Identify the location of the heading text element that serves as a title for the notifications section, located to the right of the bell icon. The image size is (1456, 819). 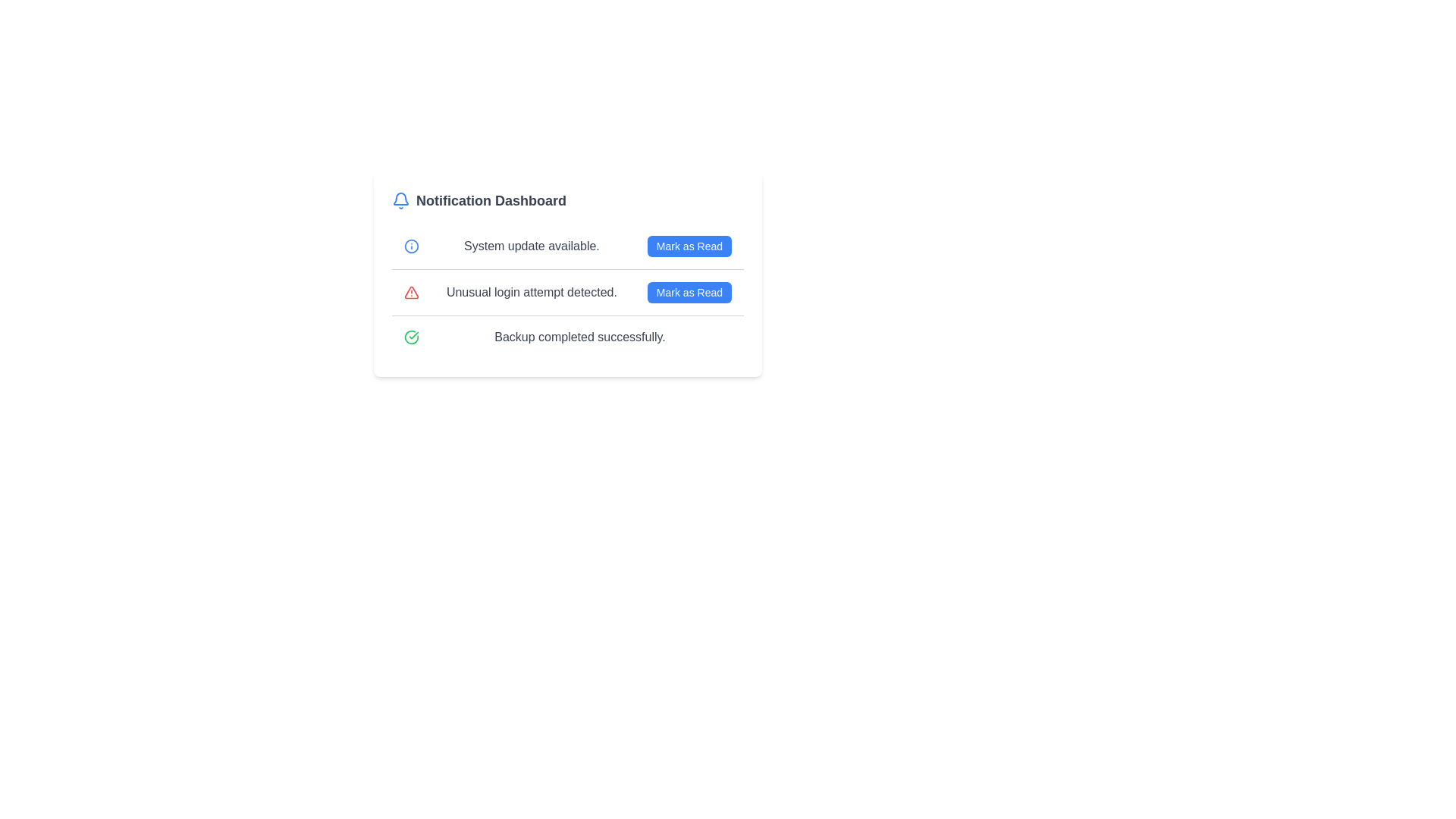
(491, 200).